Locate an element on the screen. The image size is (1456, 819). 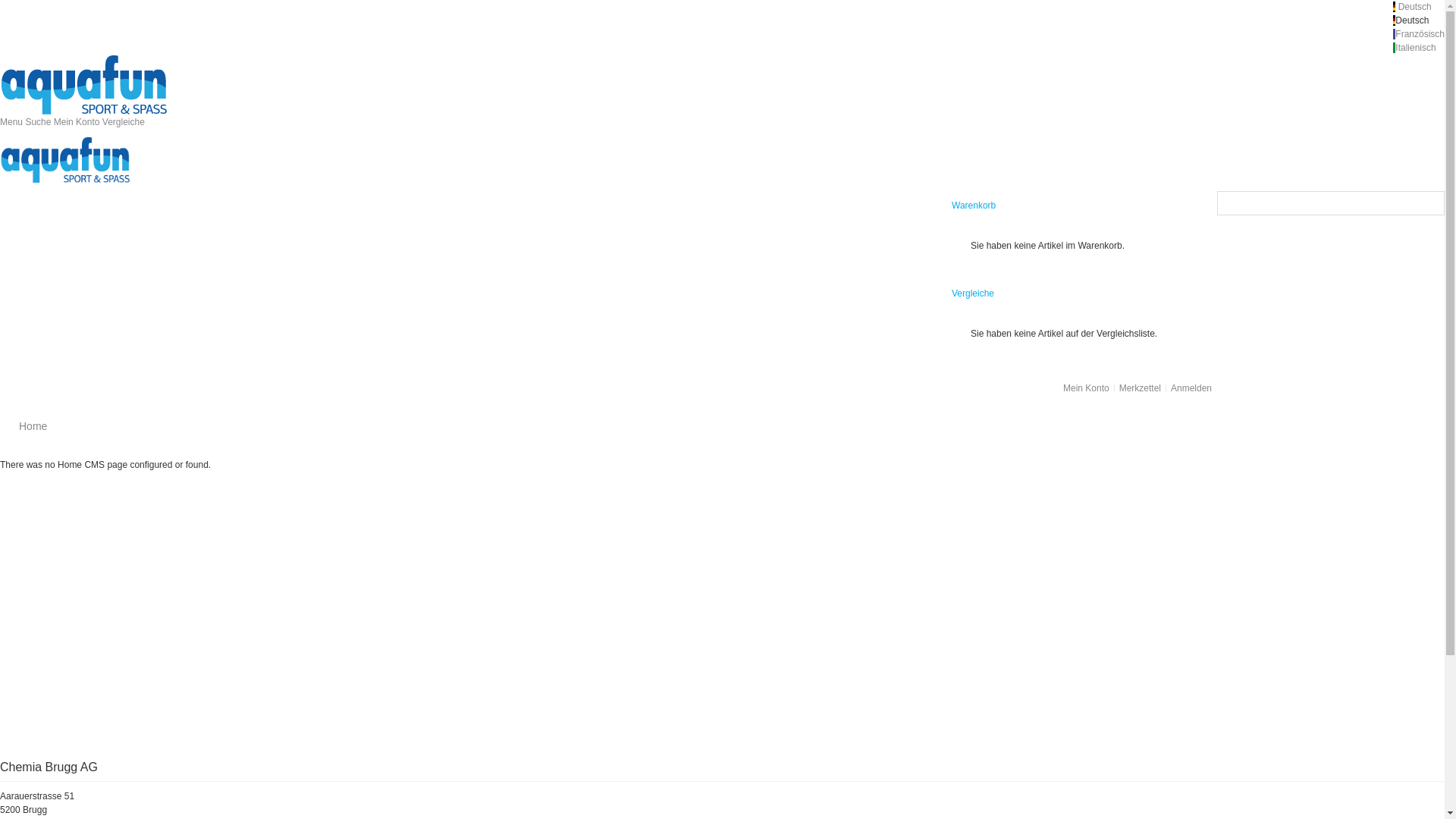
'Suche' is located at coordinates (39, 121).